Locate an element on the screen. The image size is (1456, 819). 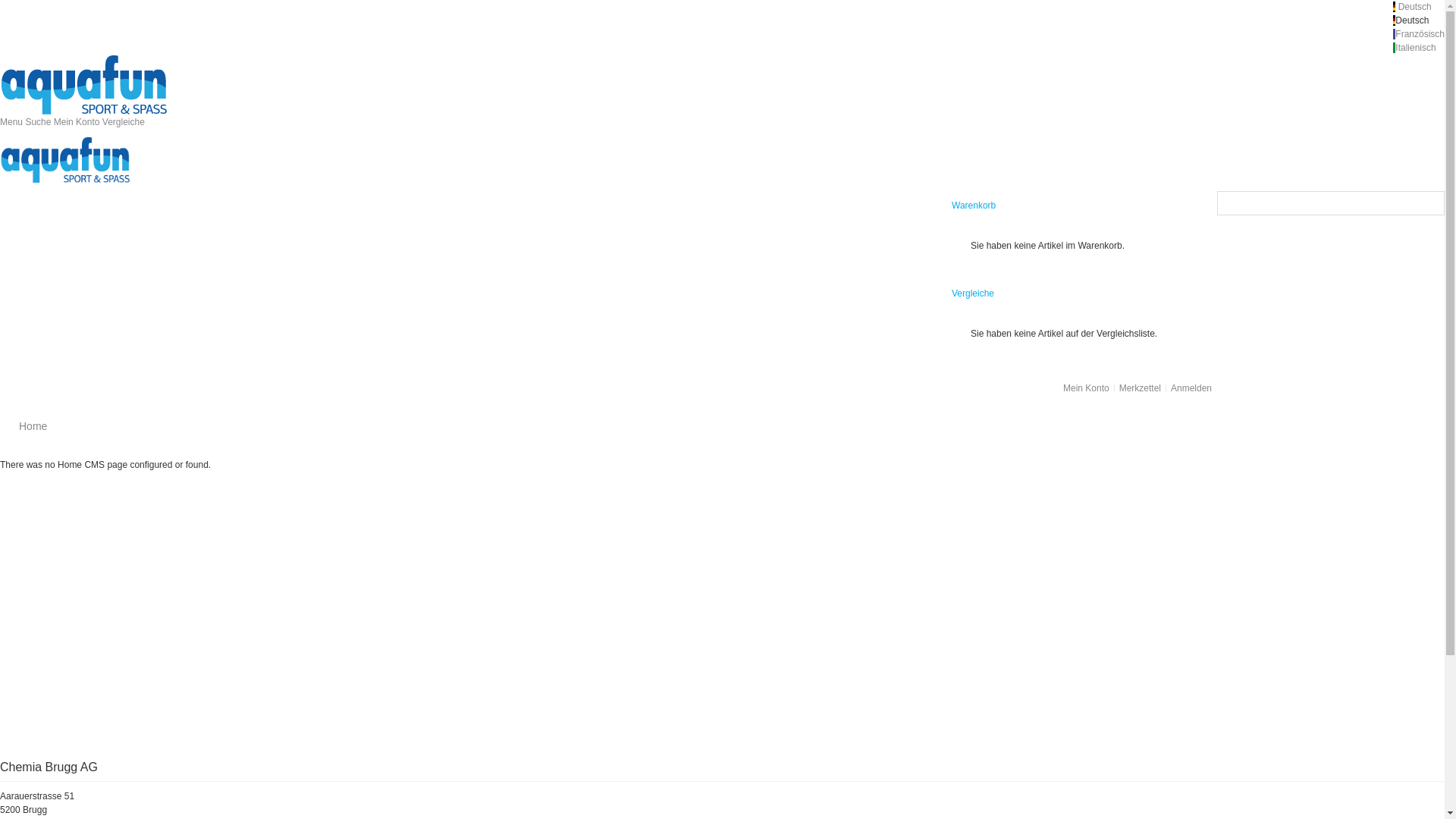
'Suche' is located at coordinates (39, 121).